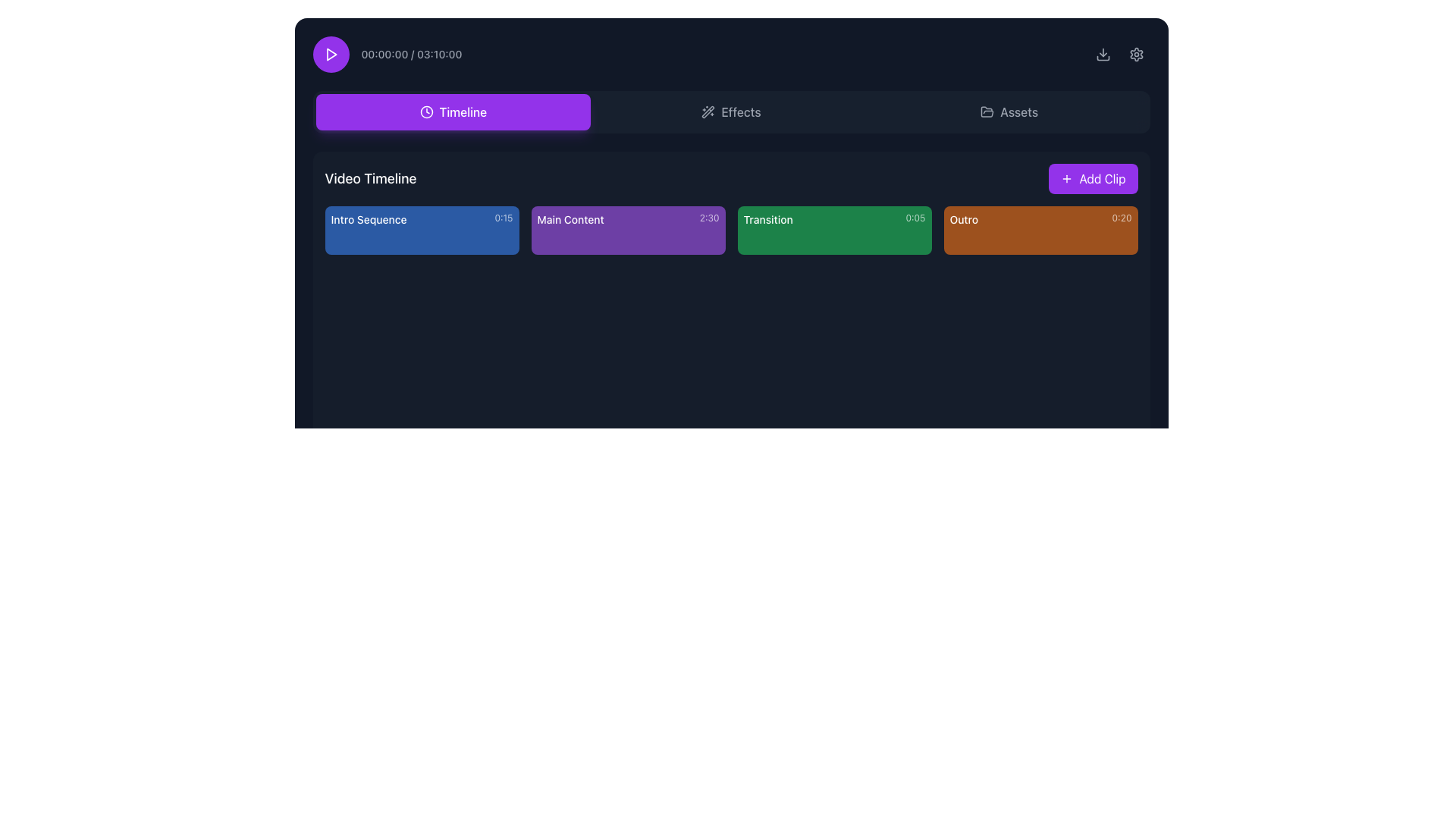 This screenshot has width=1456, height=819. I want to click on the download icon button located at the top-right corner of the interface, adjacent to the settings gear icon, to initiate a download, so click(1103, 54).